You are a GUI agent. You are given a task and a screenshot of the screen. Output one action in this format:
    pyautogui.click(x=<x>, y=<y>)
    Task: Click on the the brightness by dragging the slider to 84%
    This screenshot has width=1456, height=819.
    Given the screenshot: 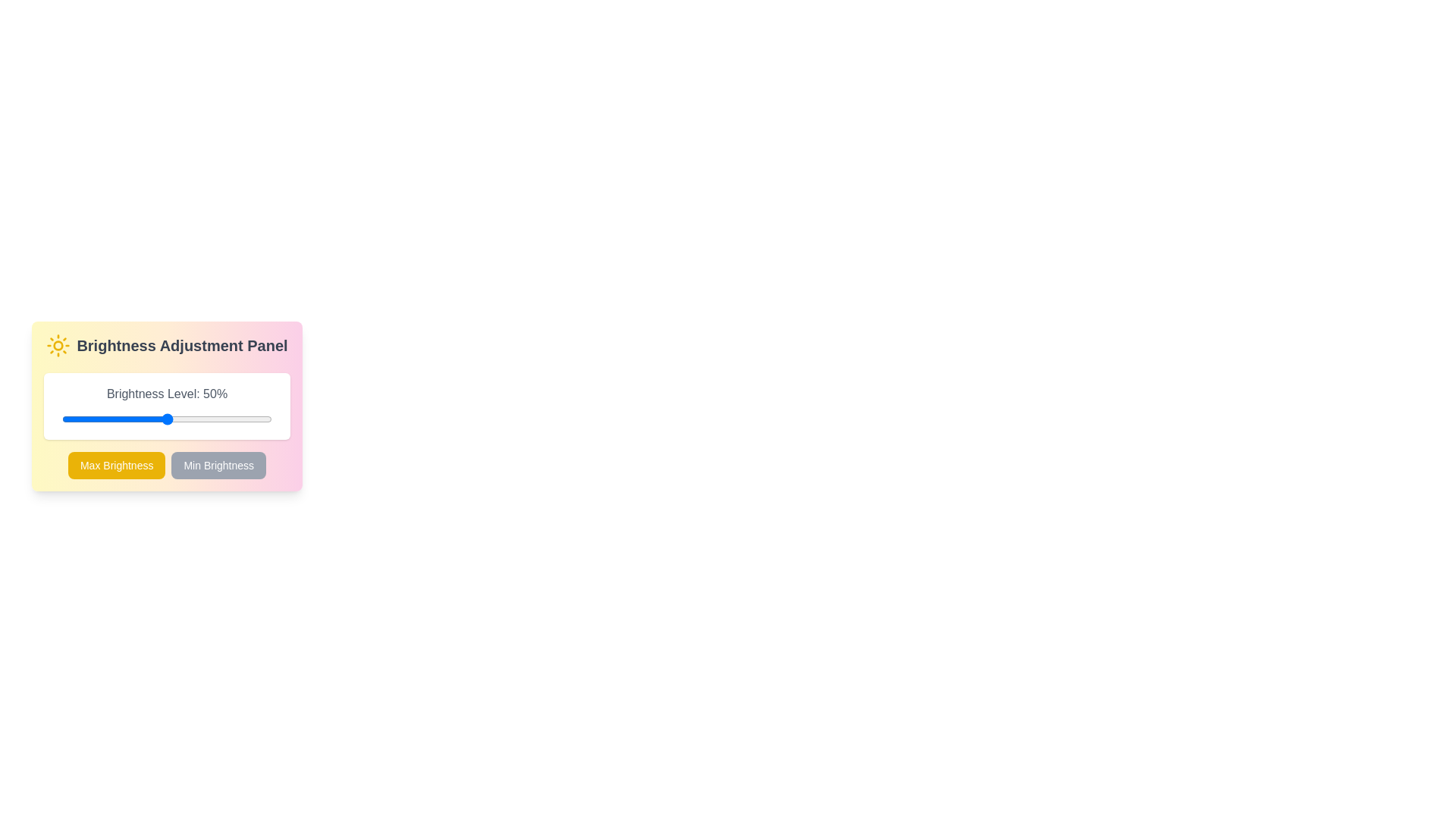 What is the action you would take?
    pyautogui.click(x=237, y=419)
    